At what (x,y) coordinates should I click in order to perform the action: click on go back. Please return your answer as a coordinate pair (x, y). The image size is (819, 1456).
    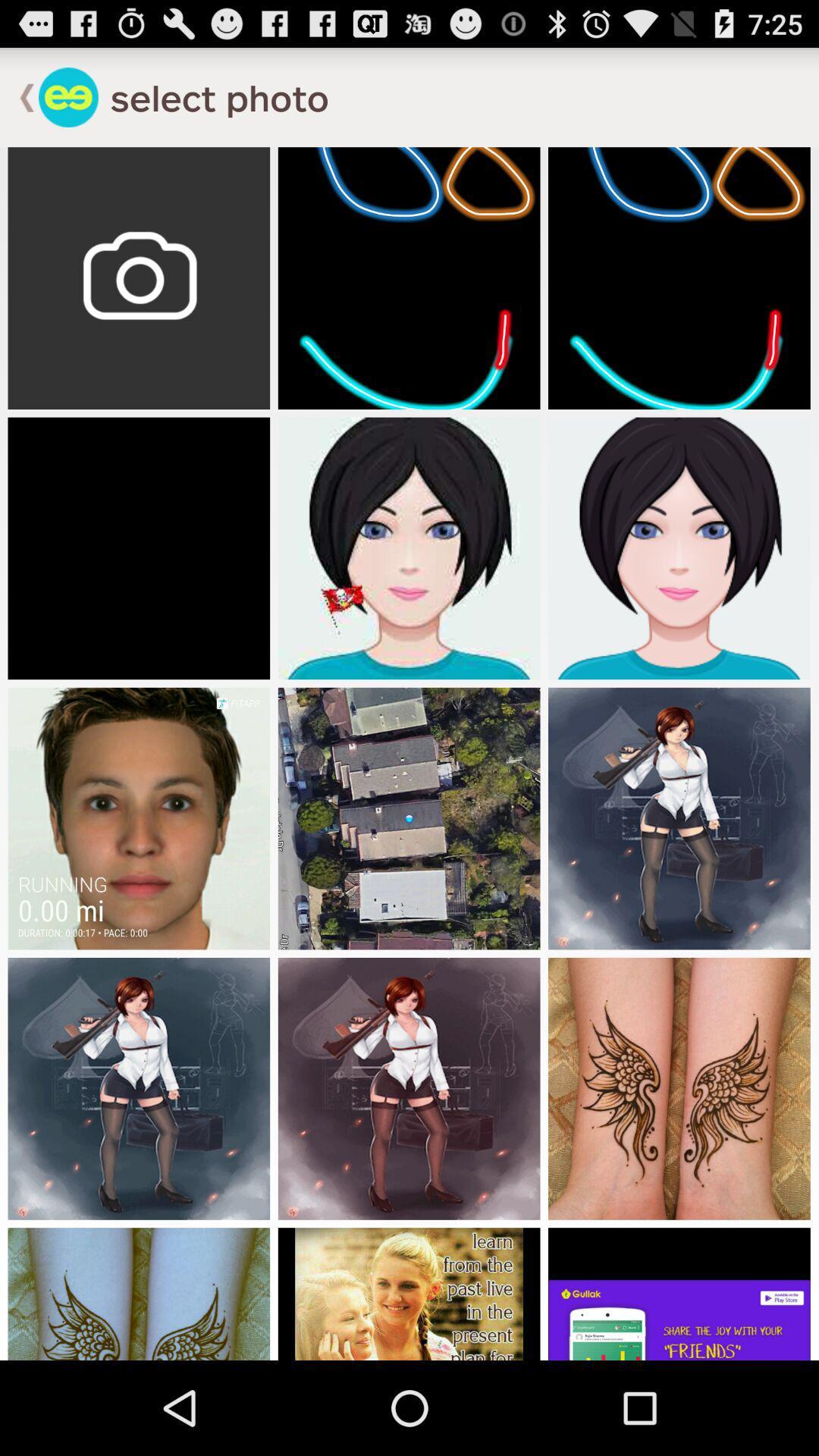
    Looking at the image, I should click on (68, 96).